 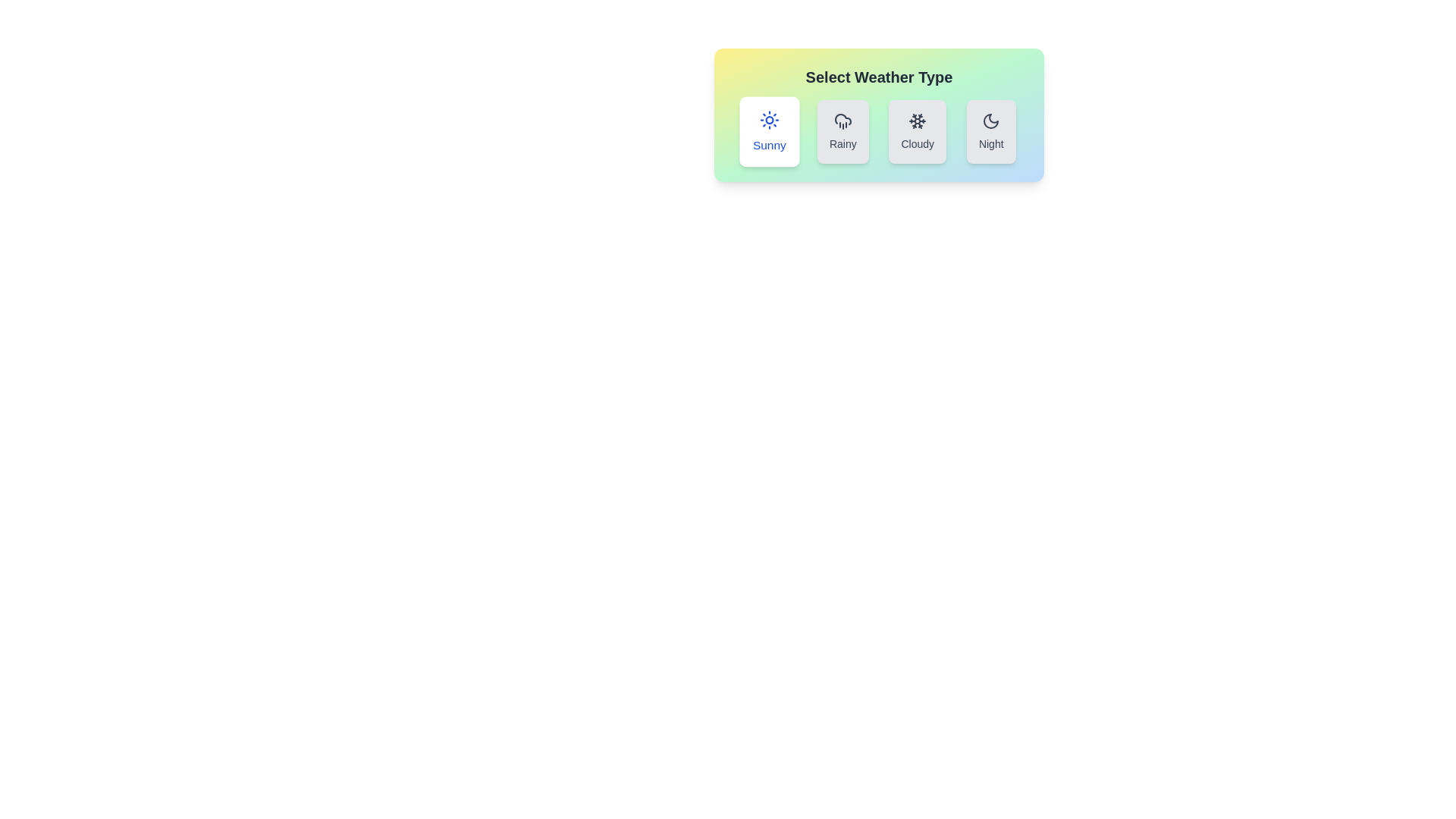 What do you see at coordinates (770, 130) in the screenshot?
I see `the button corresponding to Sunny` at bounding box center [770, 130].